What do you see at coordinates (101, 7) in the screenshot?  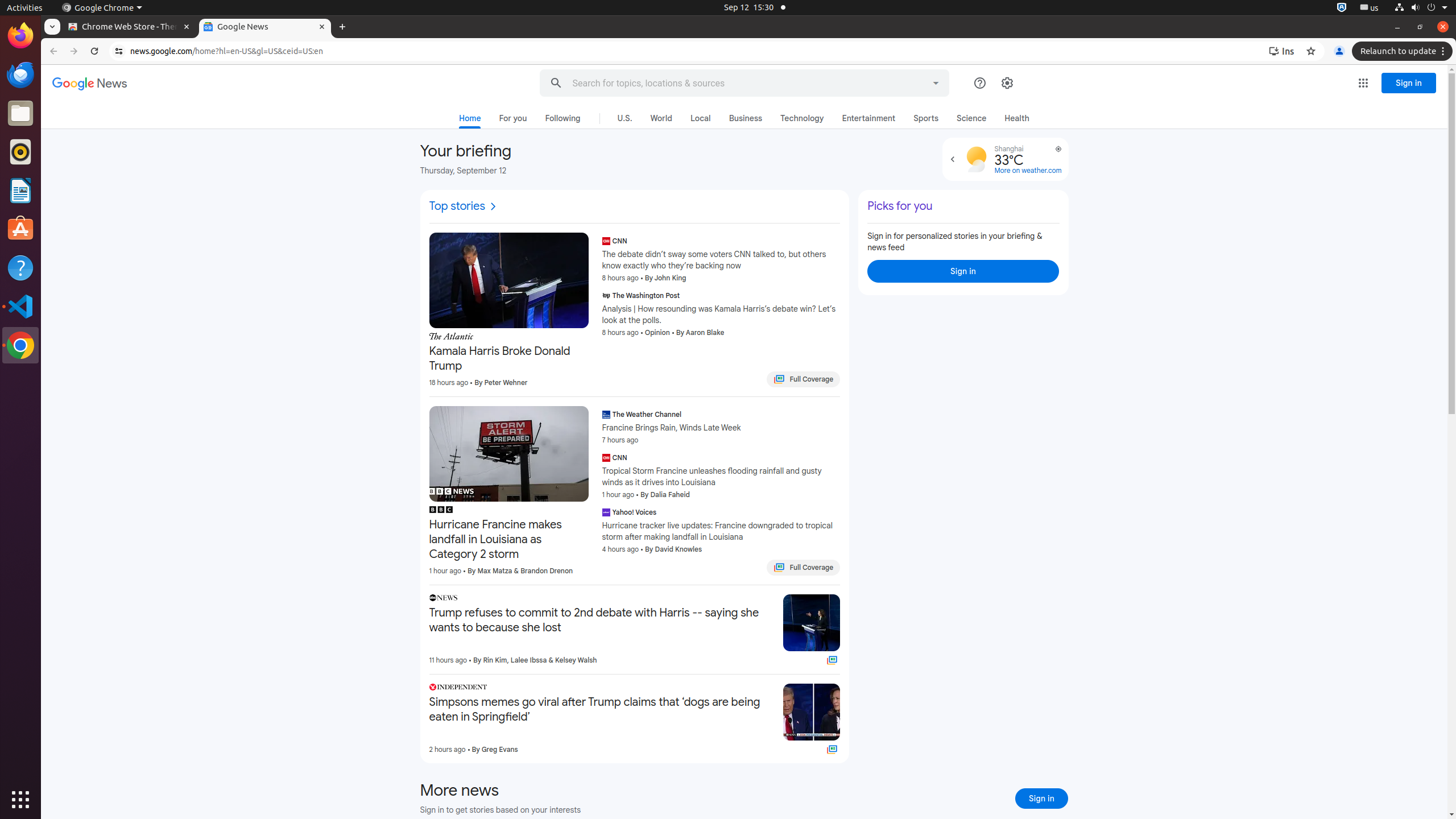 I see `'Google Chrome'` at bounding box center [101, 7].